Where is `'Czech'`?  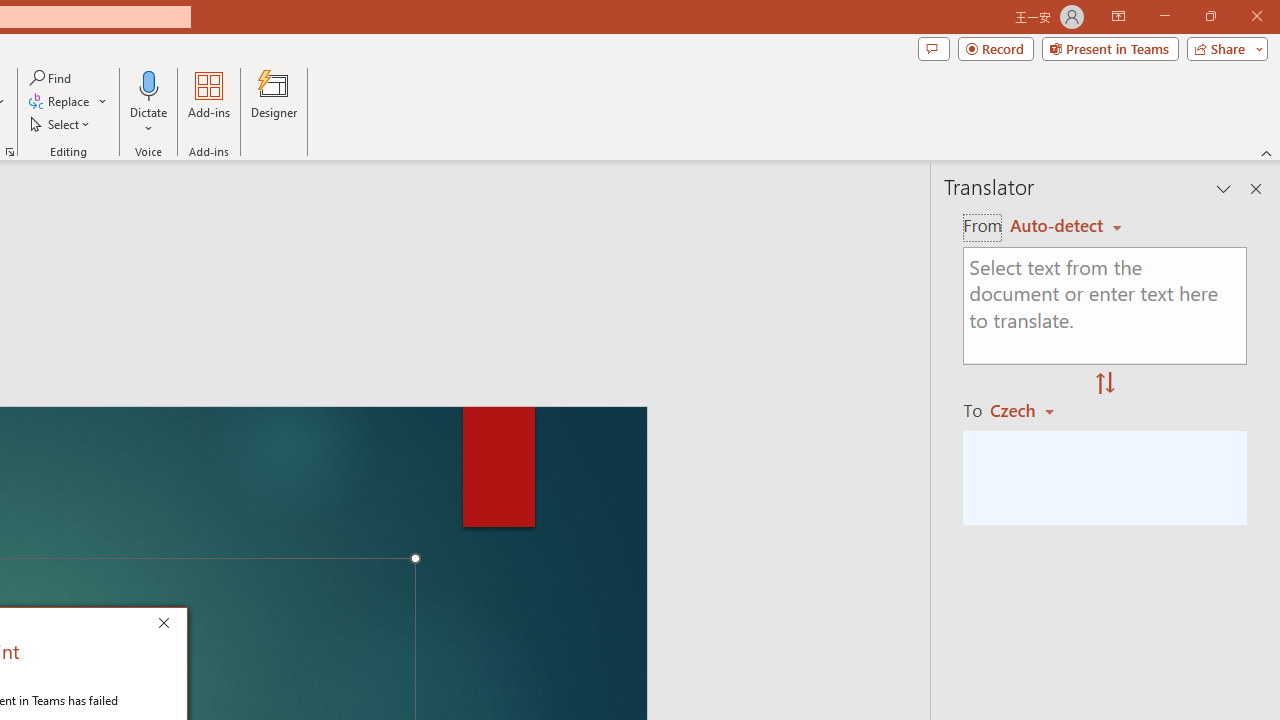 'Czech' is located at coordinates (1031, 409).